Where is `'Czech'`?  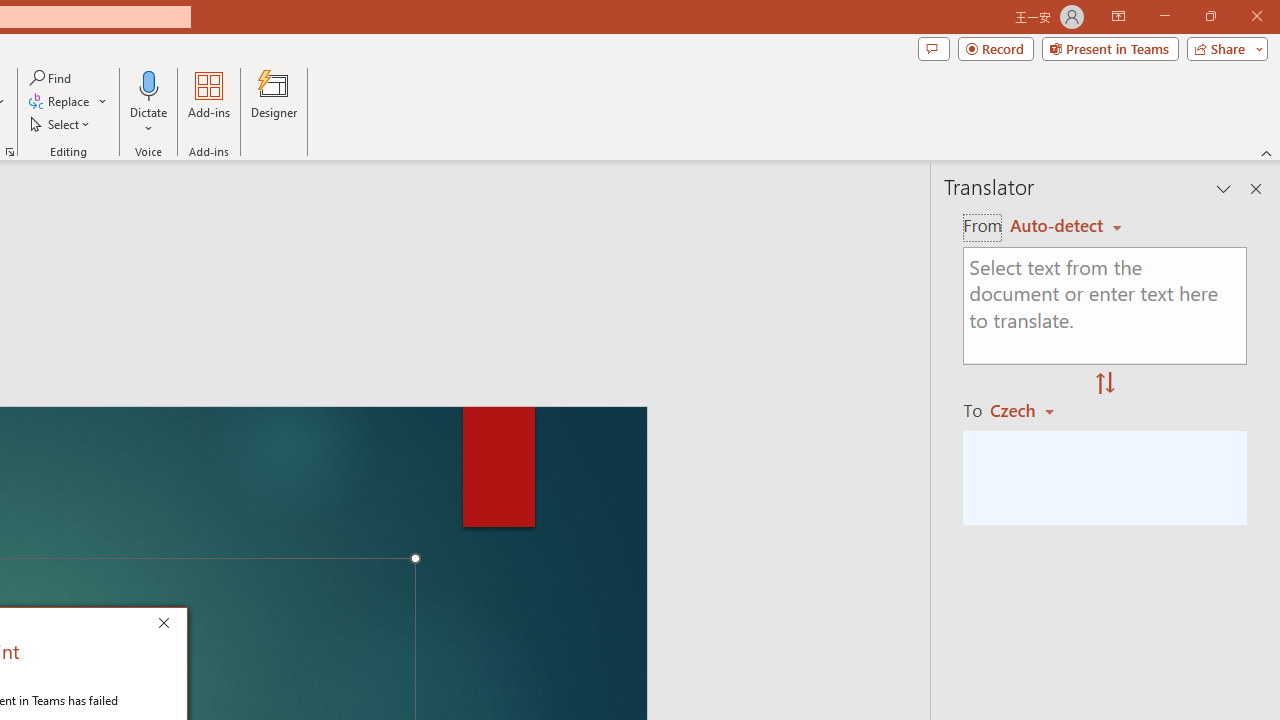 'Czech' is located at coordinates (1031, 409).